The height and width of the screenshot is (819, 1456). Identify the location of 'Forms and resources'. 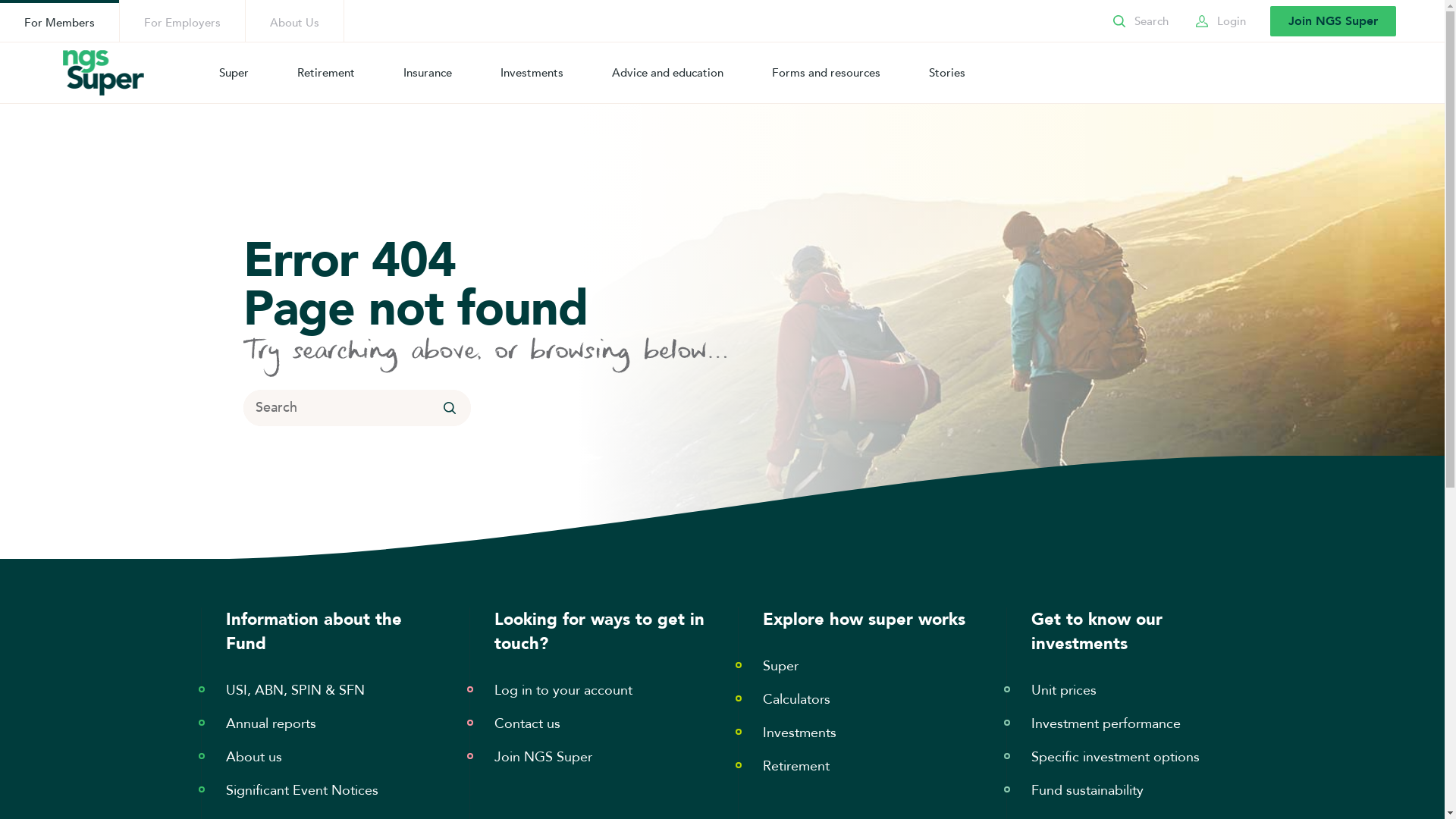
(825, 73).